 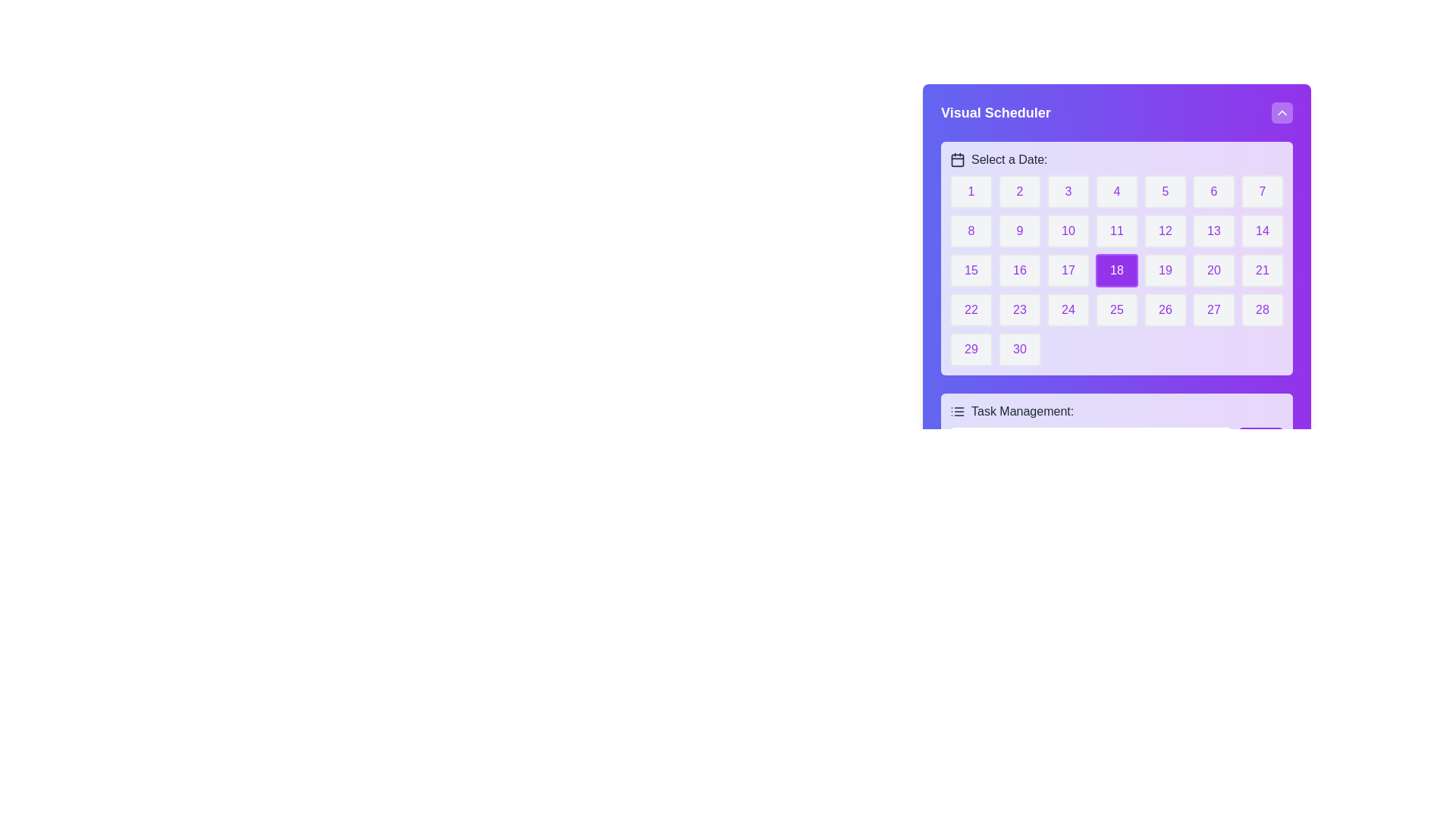 What do you see at coordinates (971, 270) in the screenshot?
I see `the rounded square button with a light gray background and purple text displaying '15'` at bounding box center [971, 270].